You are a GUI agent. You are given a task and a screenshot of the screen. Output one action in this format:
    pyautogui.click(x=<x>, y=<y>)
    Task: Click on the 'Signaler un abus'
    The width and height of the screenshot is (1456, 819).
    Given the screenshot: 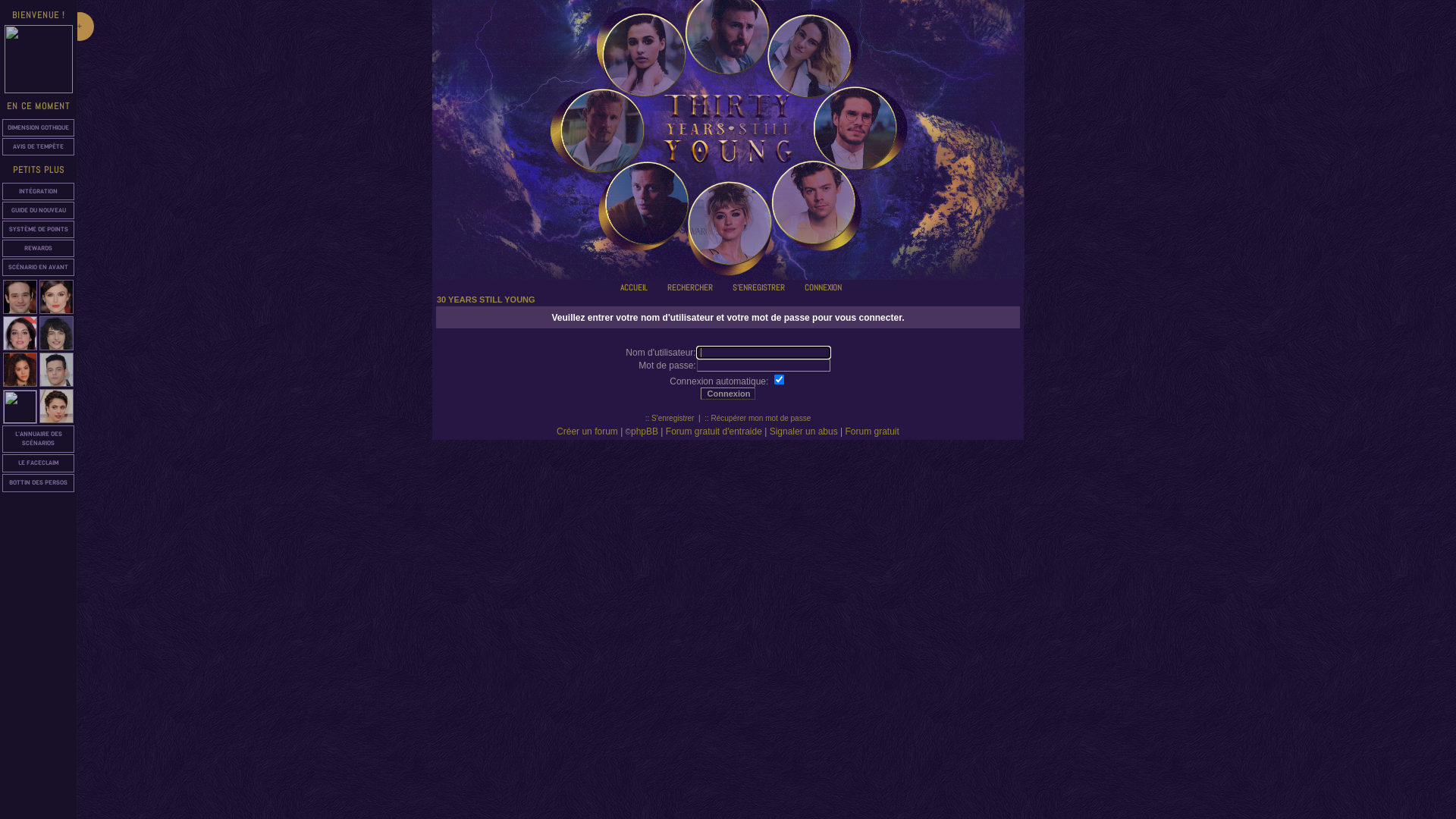 What is the action you would take?
    pyautogui.click(x=803, y=431)
    